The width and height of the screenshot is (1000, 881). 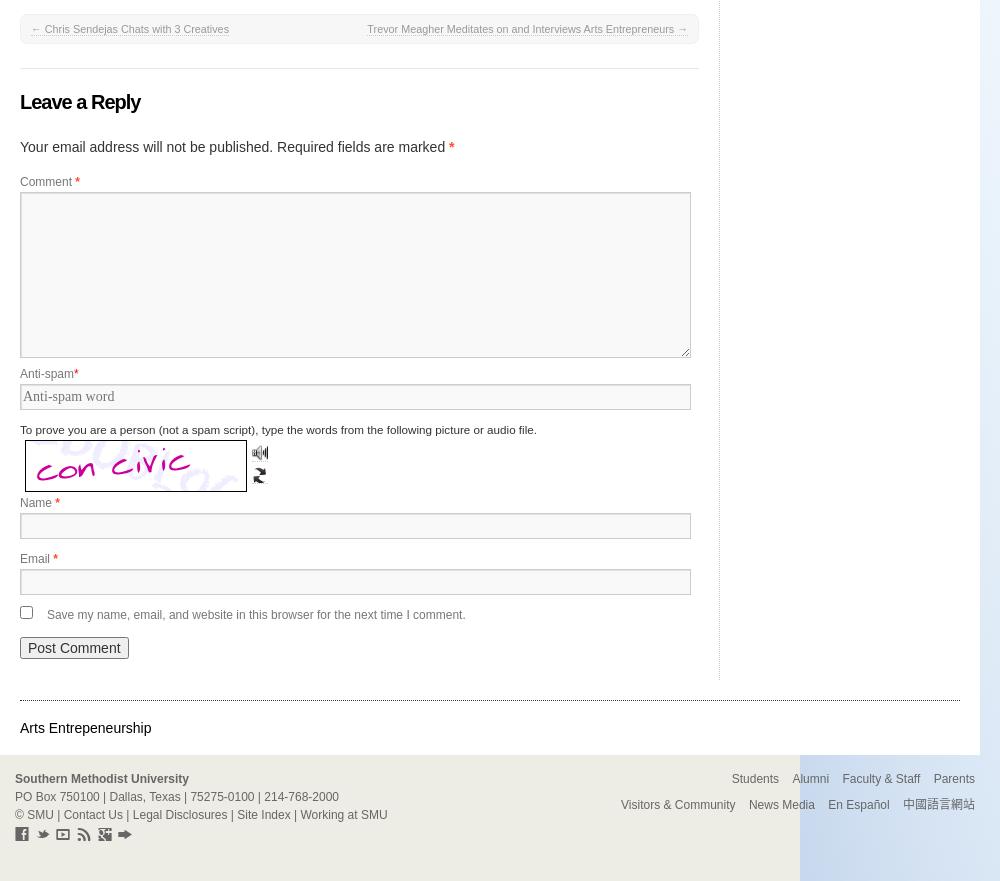 What do you see at coordinates (84, 727) in the screenshot?
I see `'Arts Entrepeneurship'` at bounding box center [84, 727].